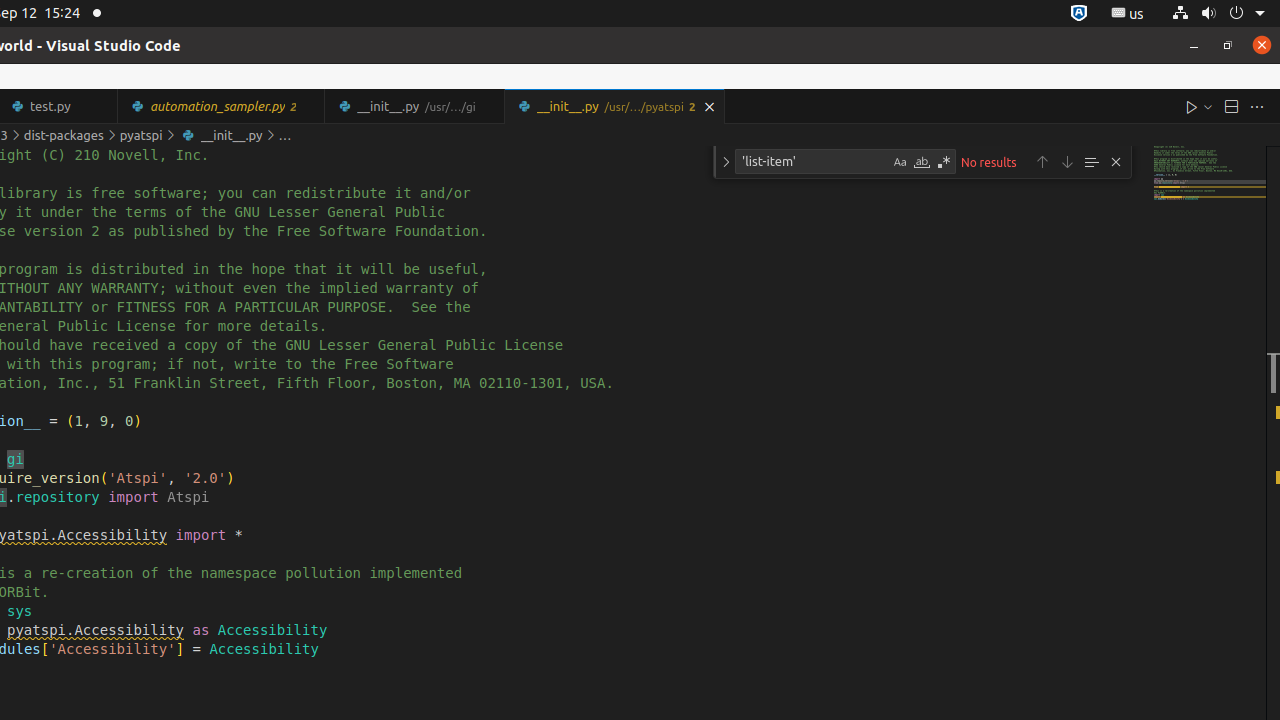 This screenshot has width=1280, height=720. Describe the element at coordinates (221, 106) in the screenshot. I see `'automation_sampler.py, preview'` at that location.